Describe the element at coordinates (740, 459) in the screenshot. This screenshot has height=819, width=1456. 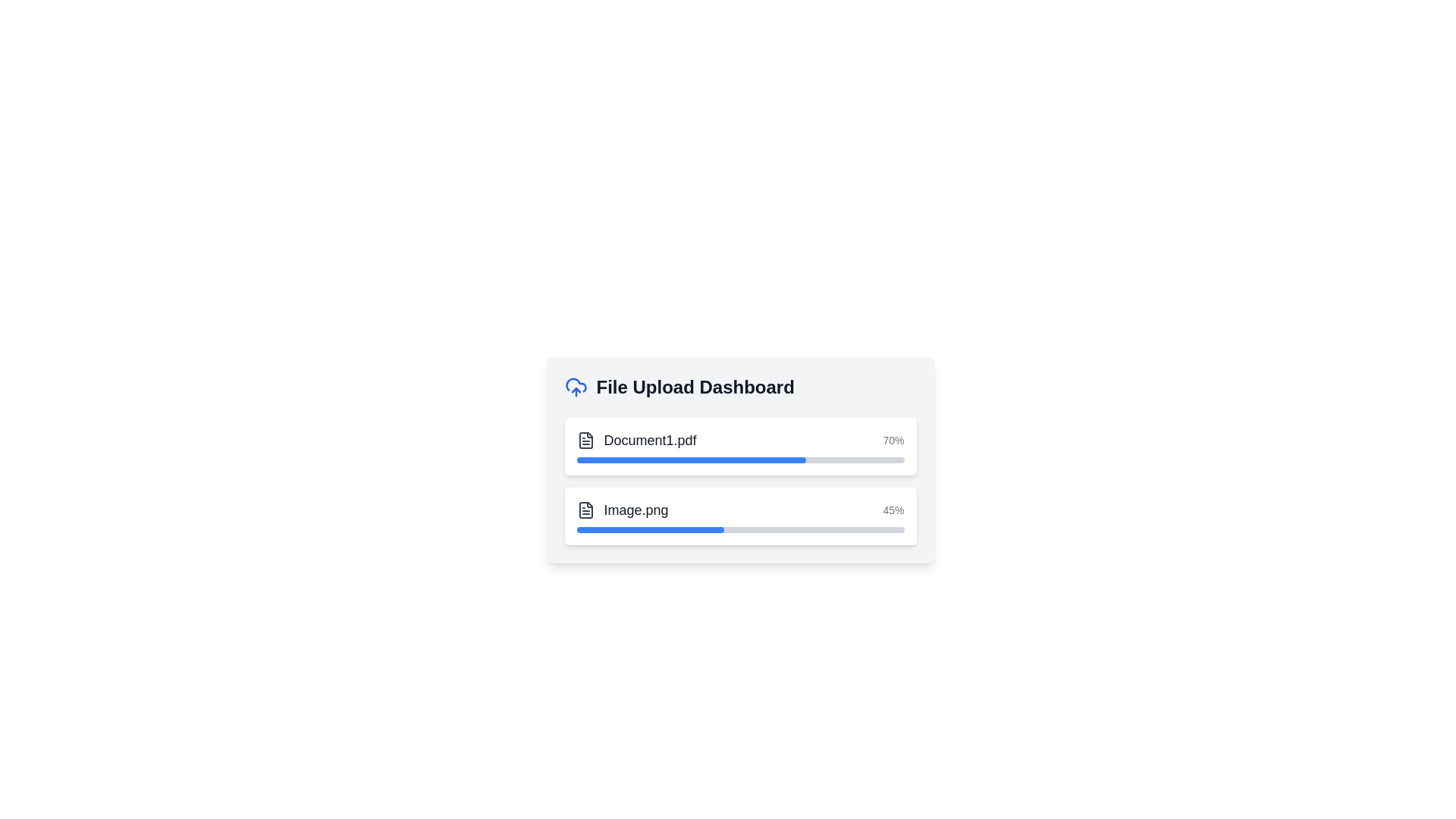
I see `the progress visually by focusing on the horizontal progress bar representing 70% completion, located below the label 'Document1.pdf' in the 'File Upload Dashboard'` at that location.